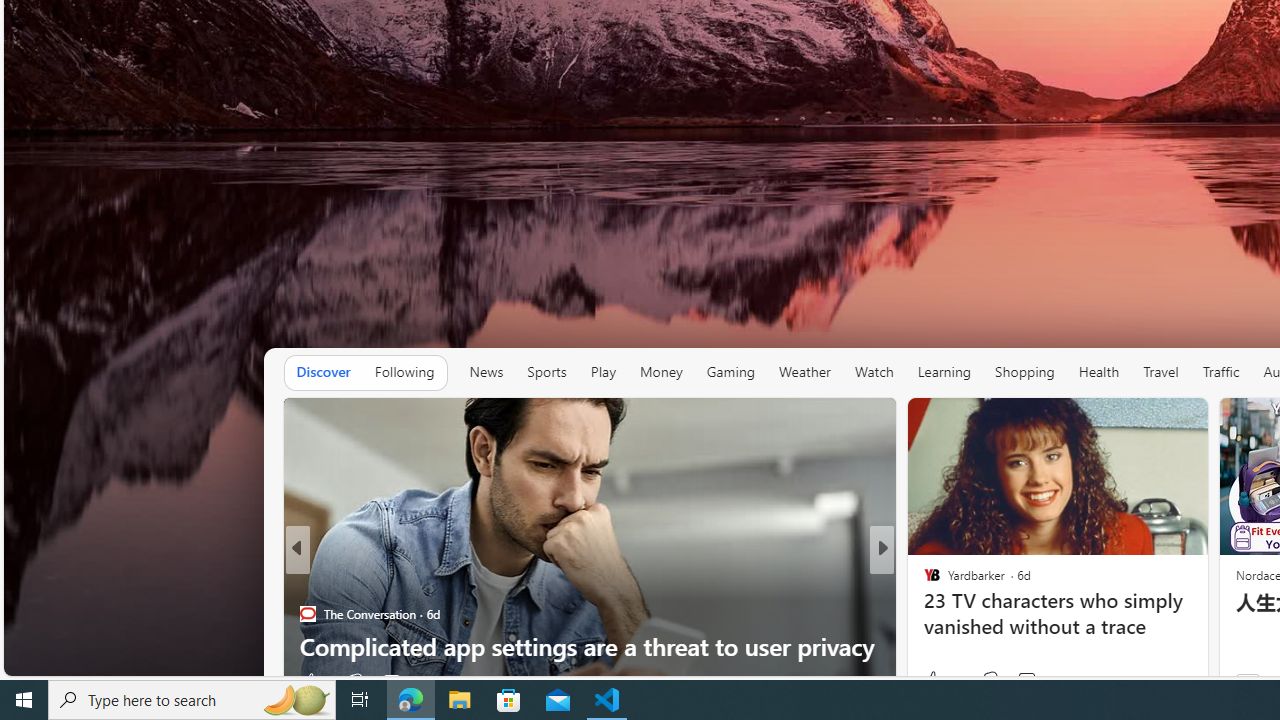 Image resolution: width=1280 pixels, height=720 pixels. Describe the element at coordinates (729, 371) in the screenshot. I see `'Gaming'` at that location.